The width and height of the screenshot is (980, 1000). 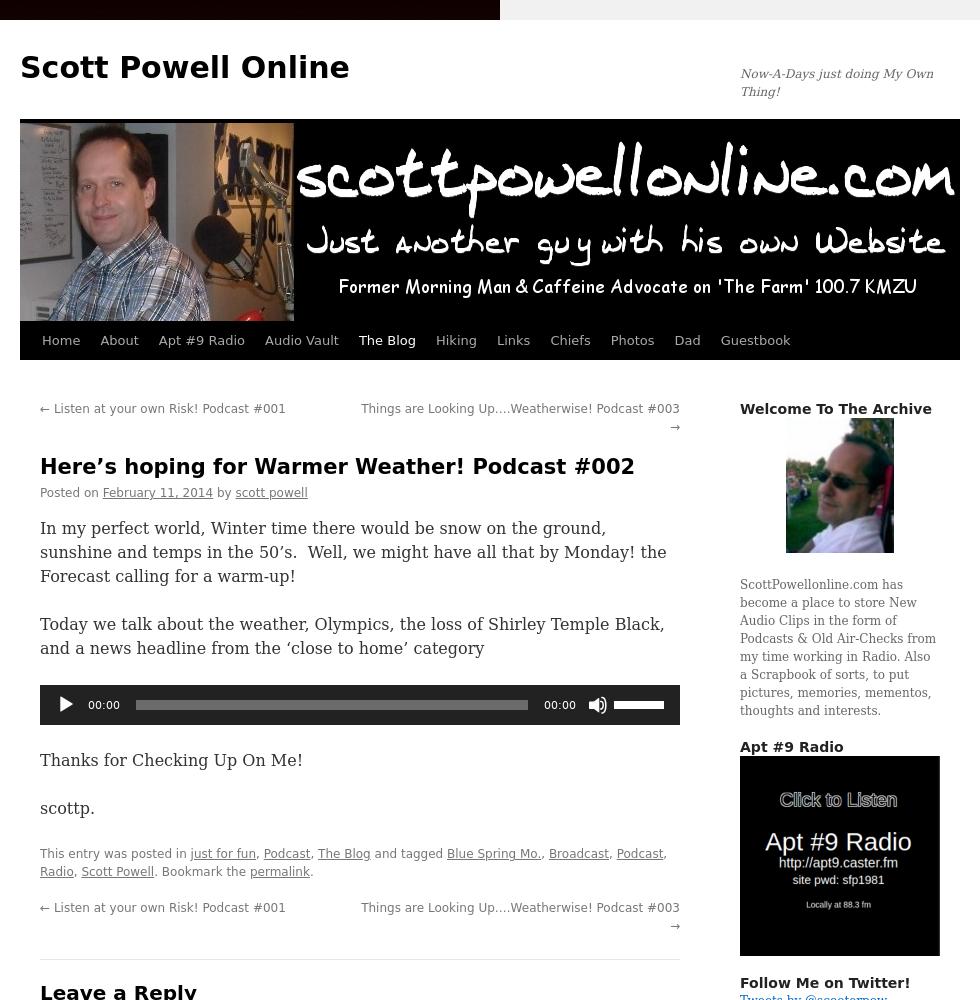 What do you see at coordinates (408, 853) in the screenshot?
I see `'and tagged'` at bounding box center [408, 853].